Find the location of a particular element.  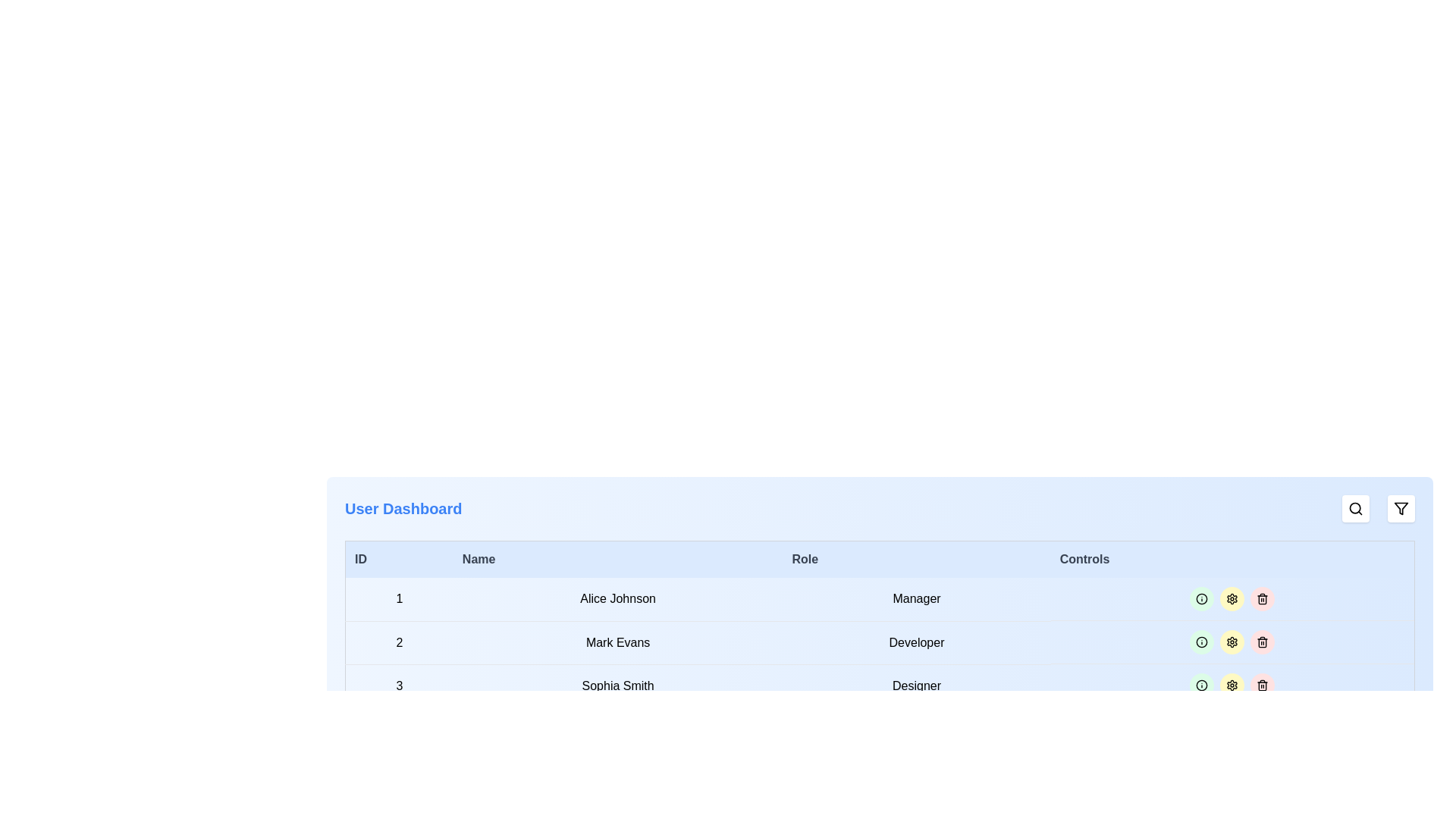

the static text element displaying the number '2' in the second row of the ID column within a table, which has a light blue background is located at coordinates (399, 642).